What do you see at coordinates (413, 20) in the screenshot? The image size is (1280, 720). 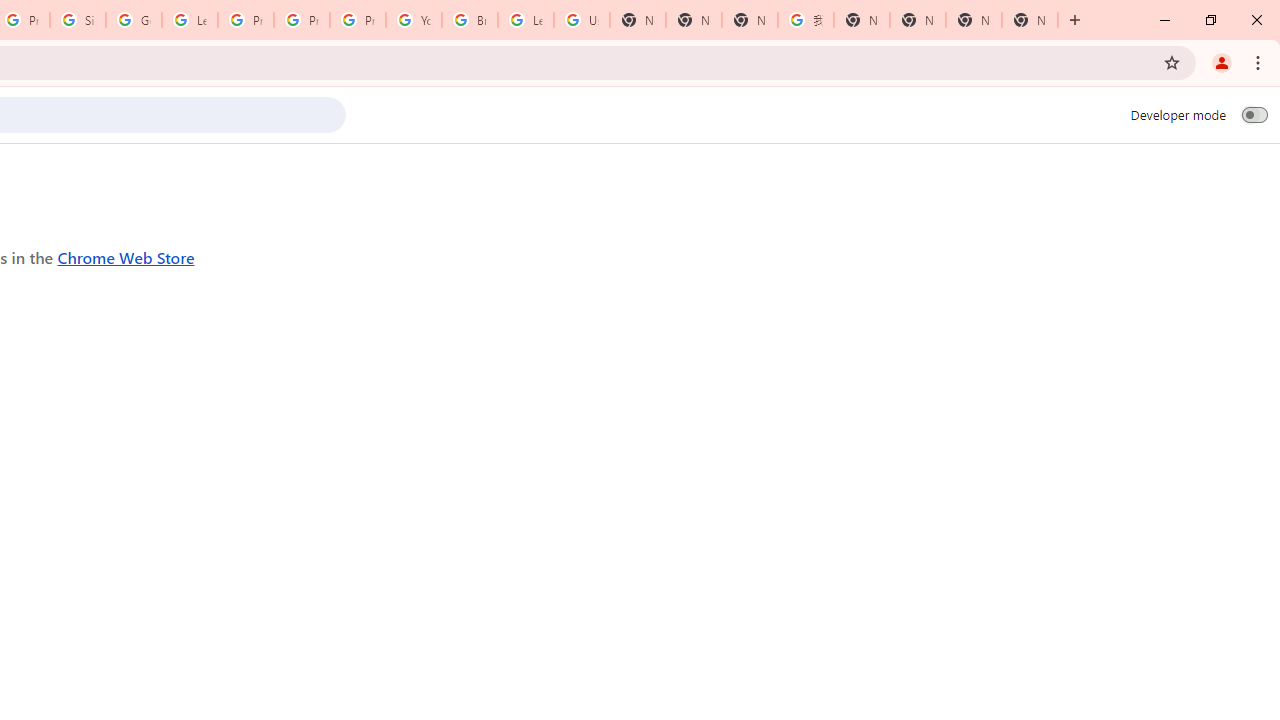 I see `'YouTube'` at bounding box center [413, 20].